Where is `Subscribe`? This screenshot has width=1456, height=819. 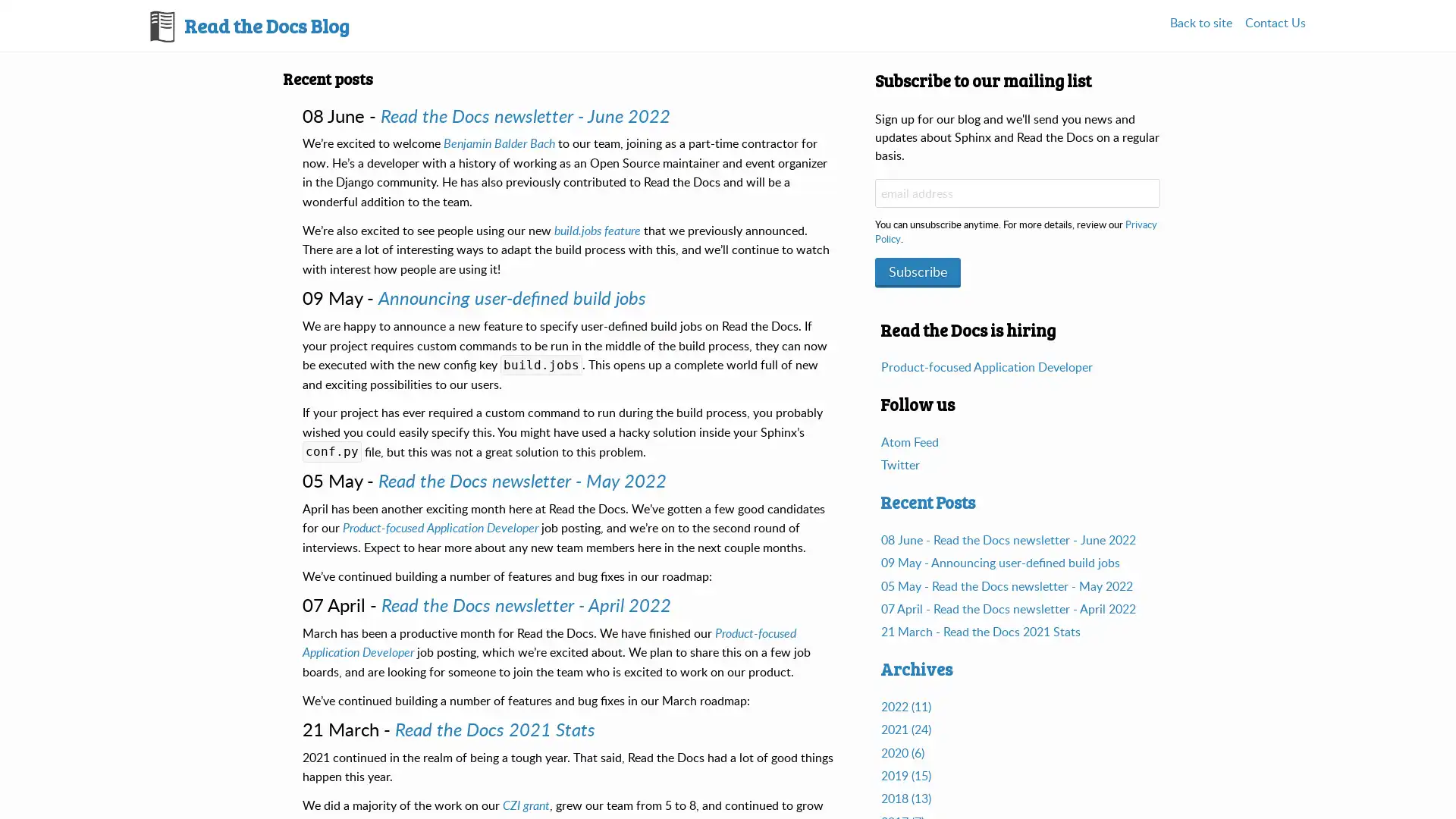 Subscribe is located at coordinates (917, 270).